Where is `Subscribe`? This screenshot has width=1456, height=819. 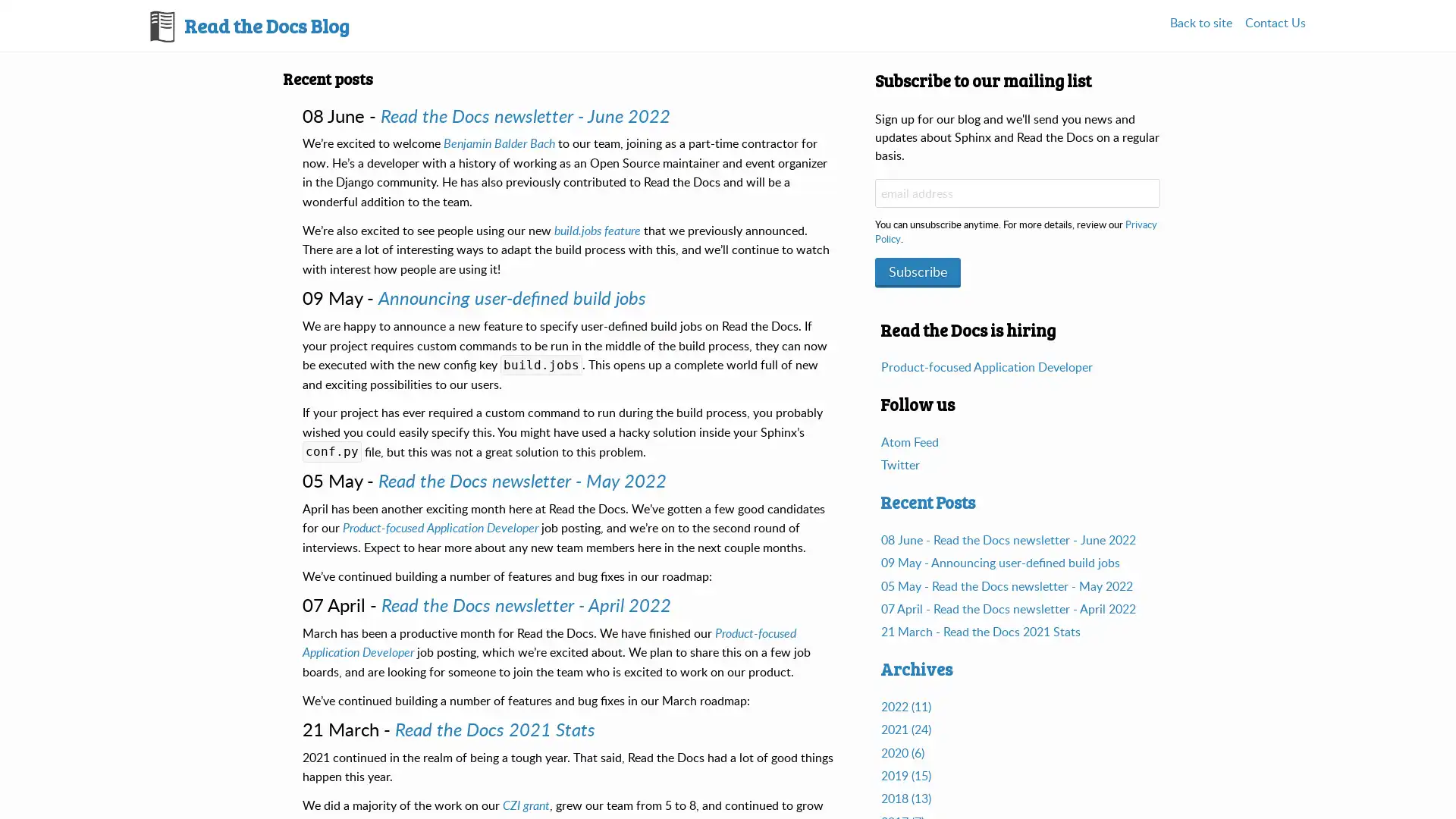 Subscribe is located at coordinates (917, 270).